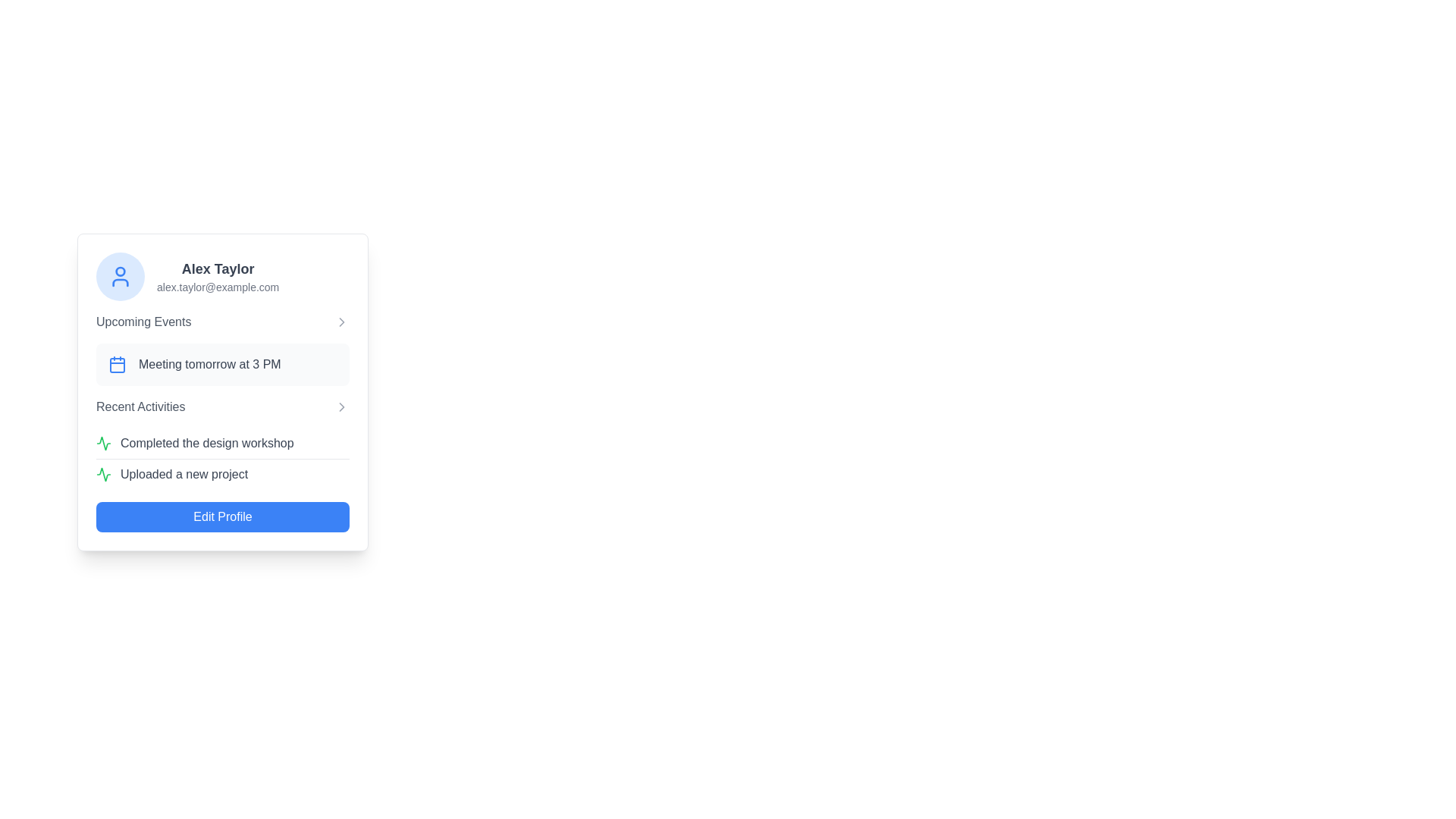 The width and height of the screenshot is (1456, 819). I want to click on the Static information card displaying 'Meeting tomorrow at 3 PM' under the 'Upcoming Events' section, so click(221, 365).